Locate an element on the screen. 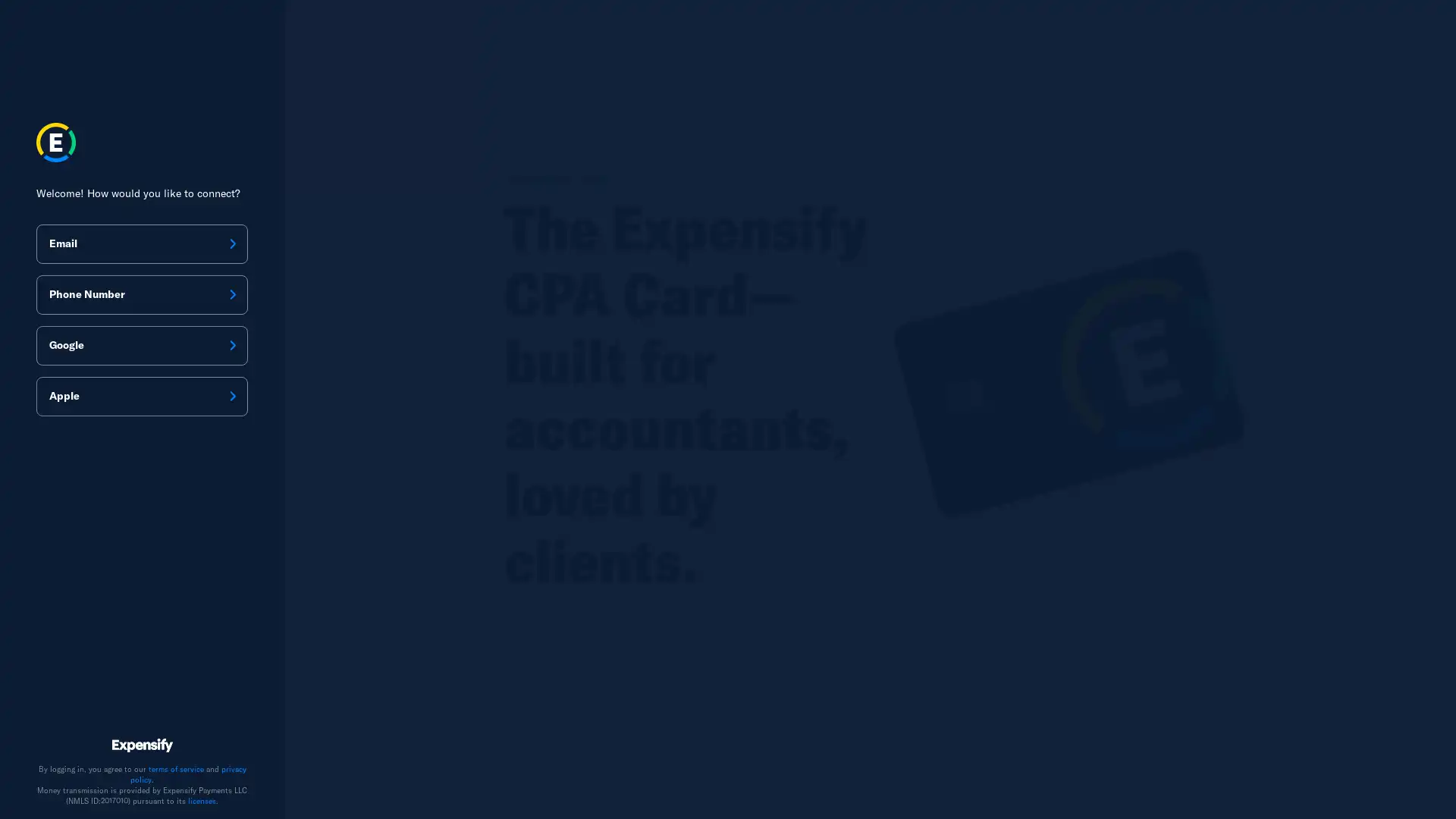  Email is located at coordinates (142, 242).